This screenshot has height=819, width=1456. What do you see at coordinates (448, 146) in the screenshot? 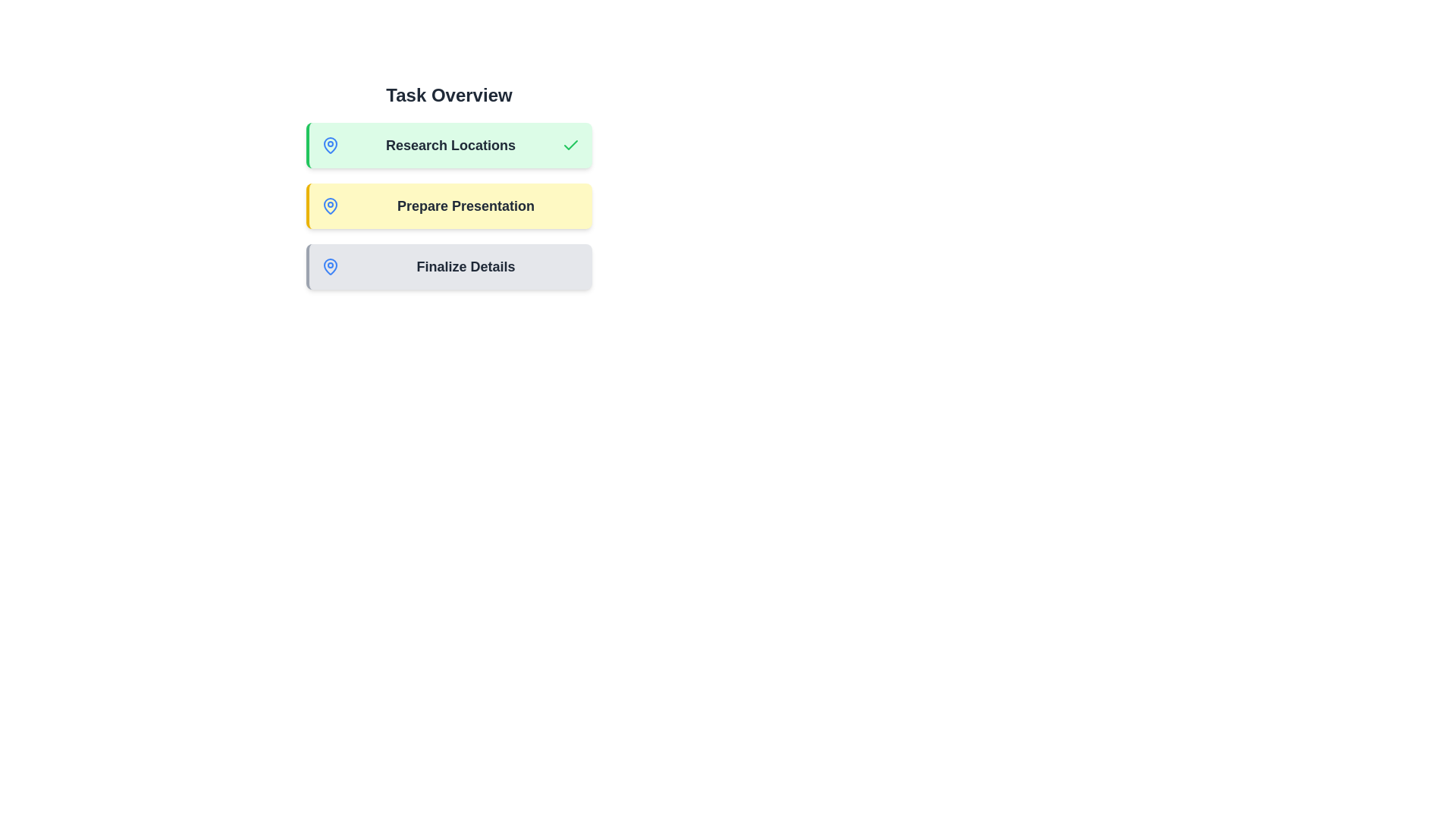
I see `the task chip corresponding to Research Locations` at bounding box center [448, 146].